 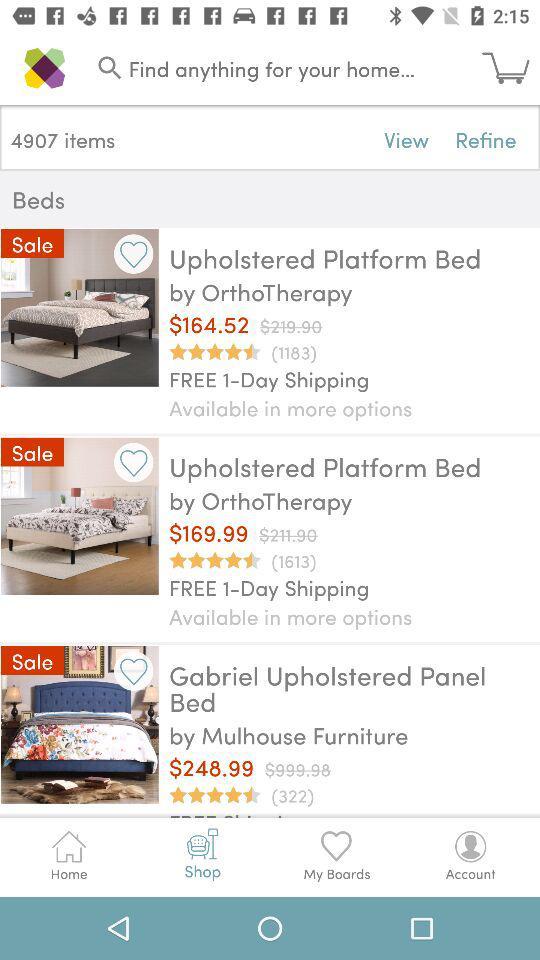 I want to click on mark as favorite, so click(x=133, y=462).